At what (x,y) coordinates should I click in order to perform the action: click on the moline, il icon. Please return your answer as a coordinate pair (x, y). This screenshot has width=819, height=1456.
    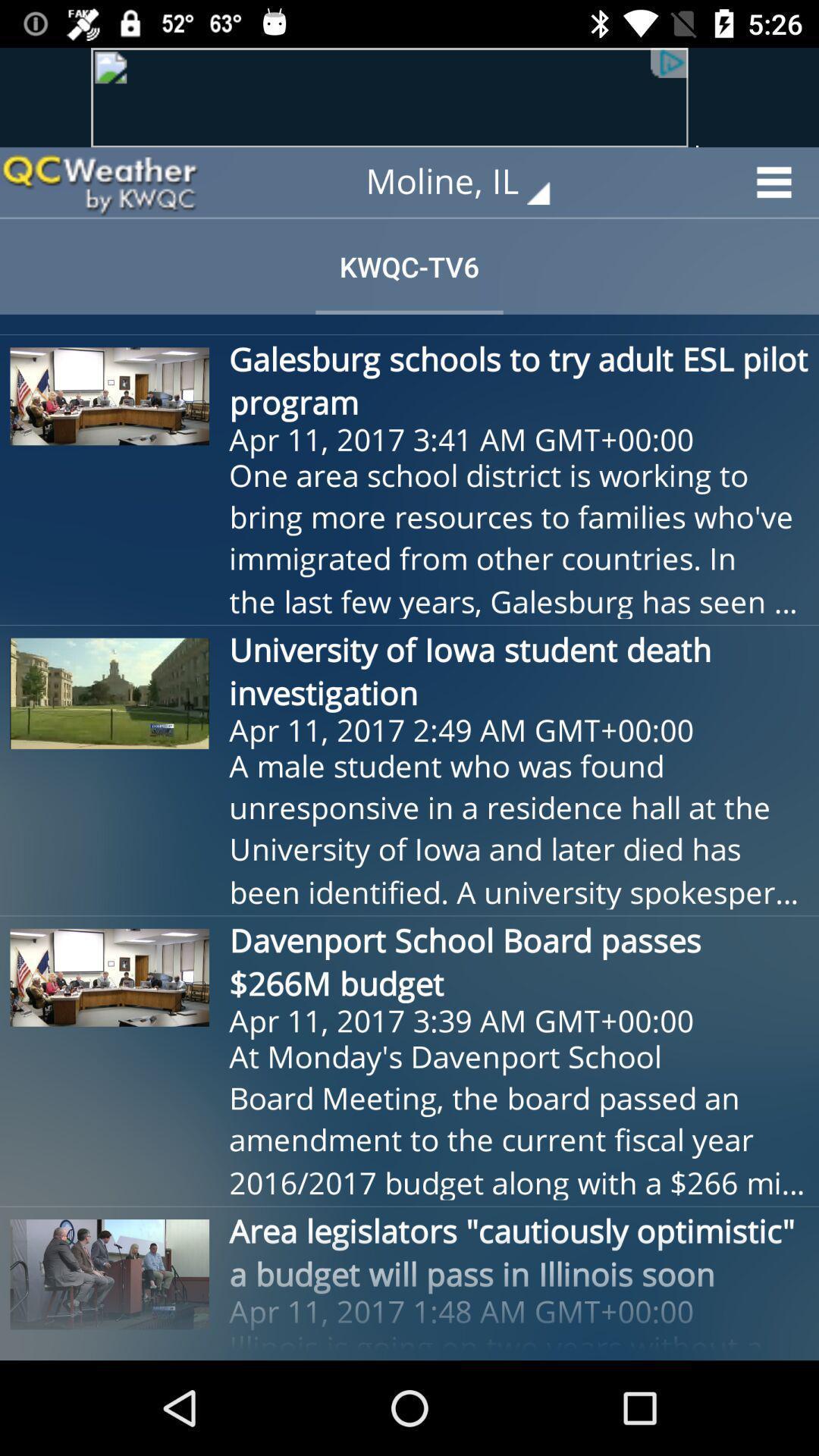
    Looking at the image, I should click on (468, 182).